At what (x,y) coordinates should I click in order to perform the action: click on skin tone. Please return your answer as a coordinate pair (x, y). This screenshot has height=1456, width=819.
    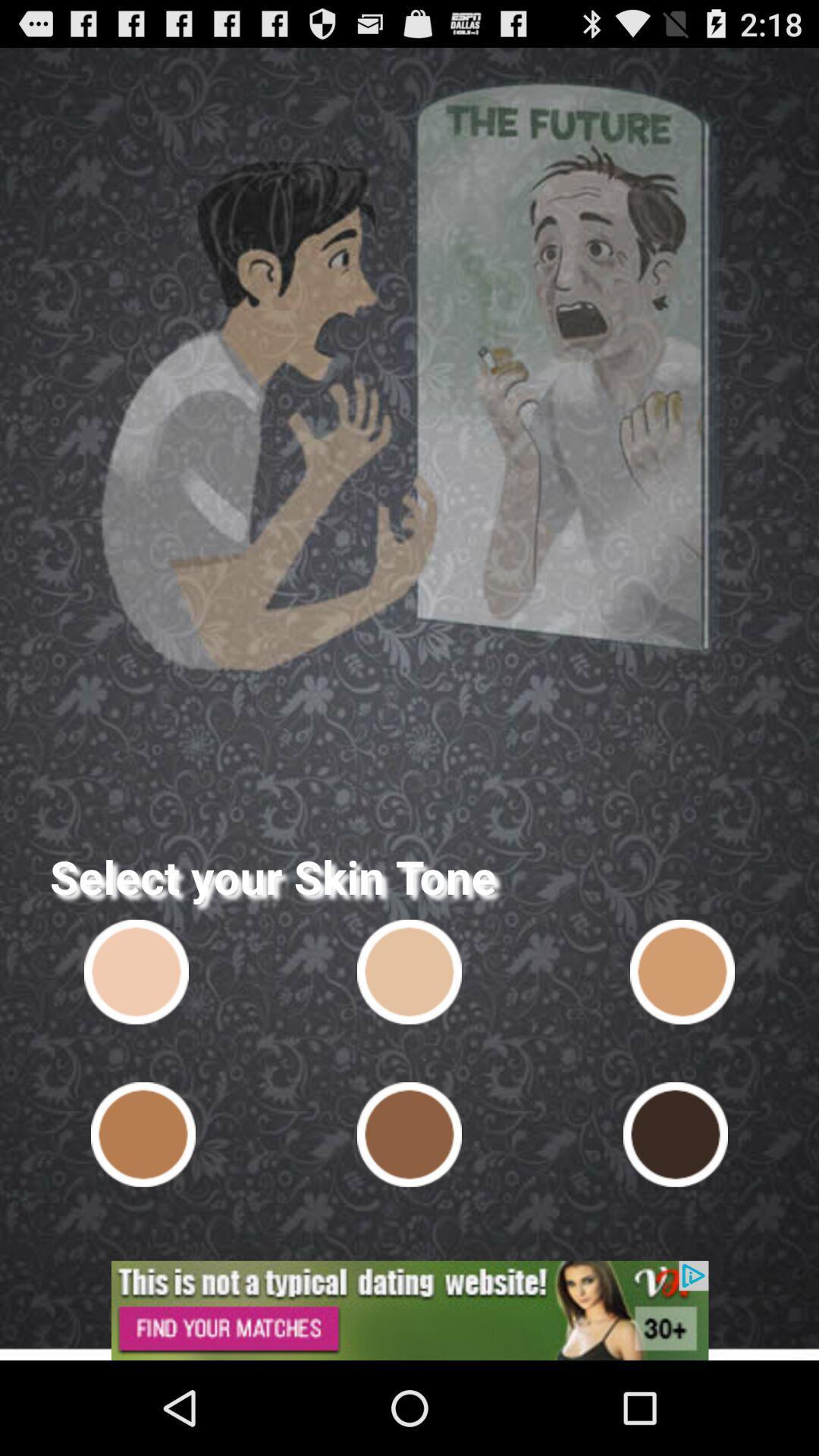
    Looking at the image, I should click on (143, 1134).